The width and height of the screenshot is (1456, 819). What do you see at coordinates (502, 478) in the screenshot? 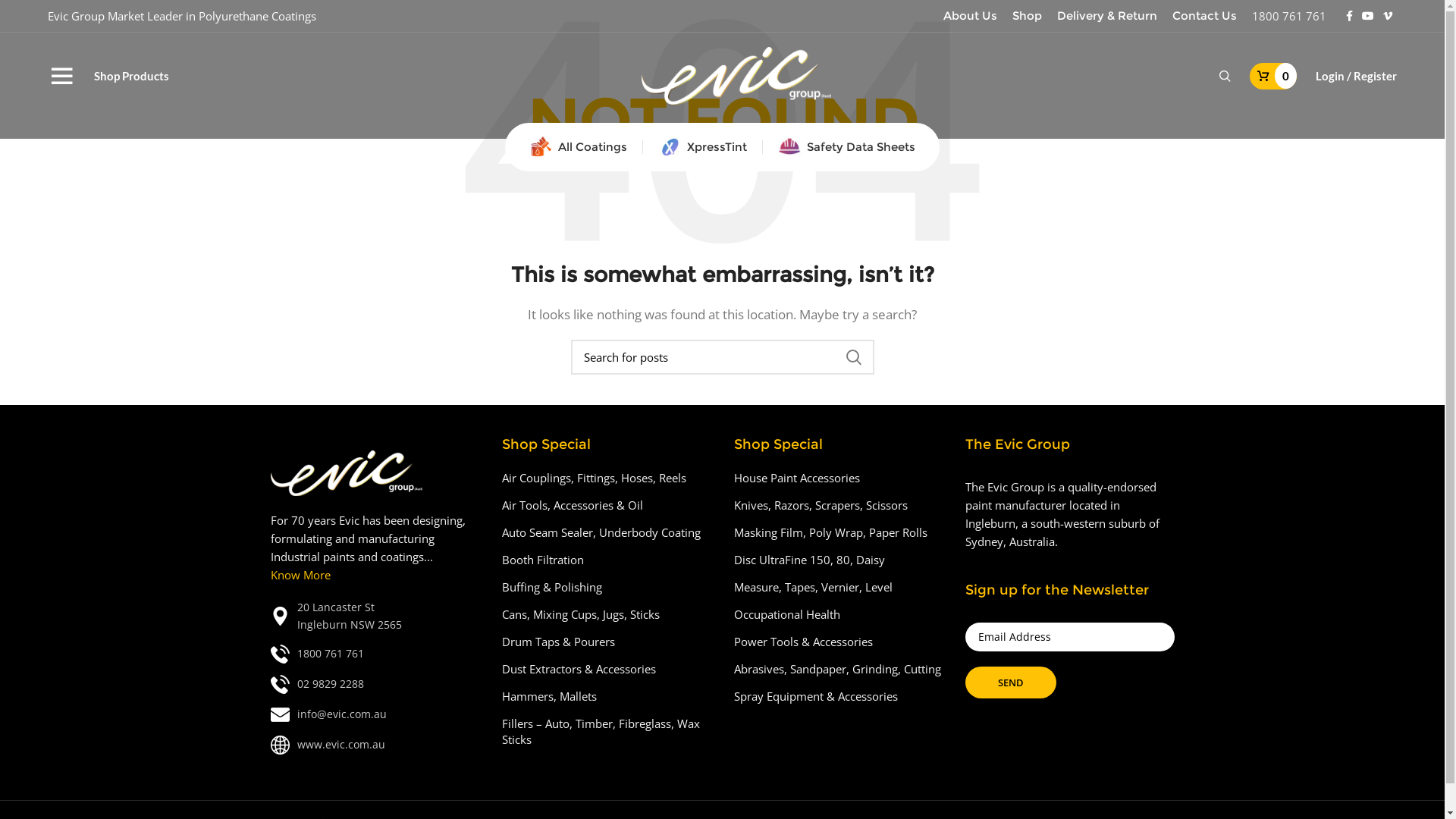
I see `'Air Couplings, Fittings, Hoses, Reels'` at bounding box center [502, 478].